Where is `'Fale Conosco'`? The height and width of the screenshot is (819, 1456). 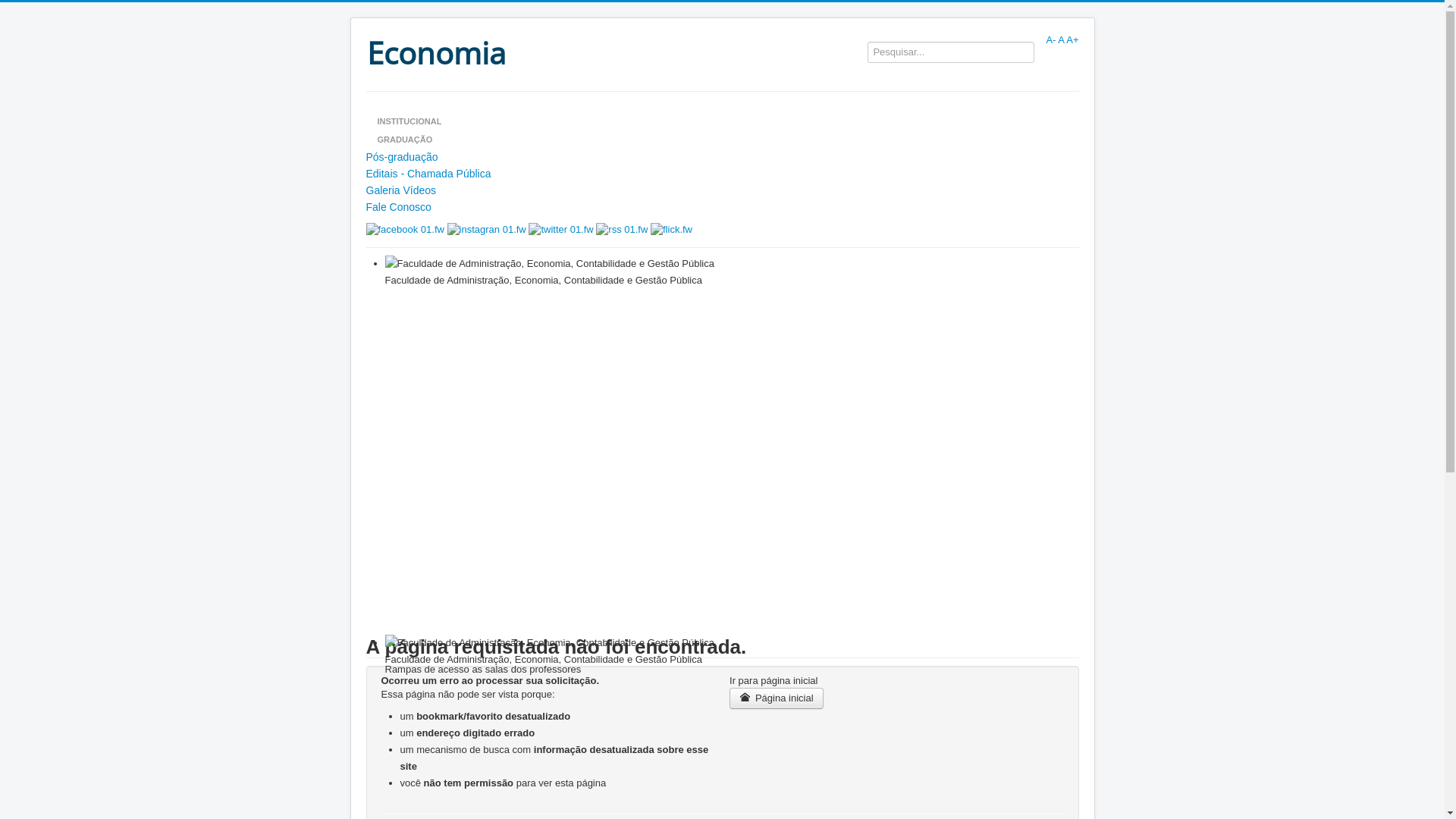 'Fale Conosco' is located at coordinates (720, 207).